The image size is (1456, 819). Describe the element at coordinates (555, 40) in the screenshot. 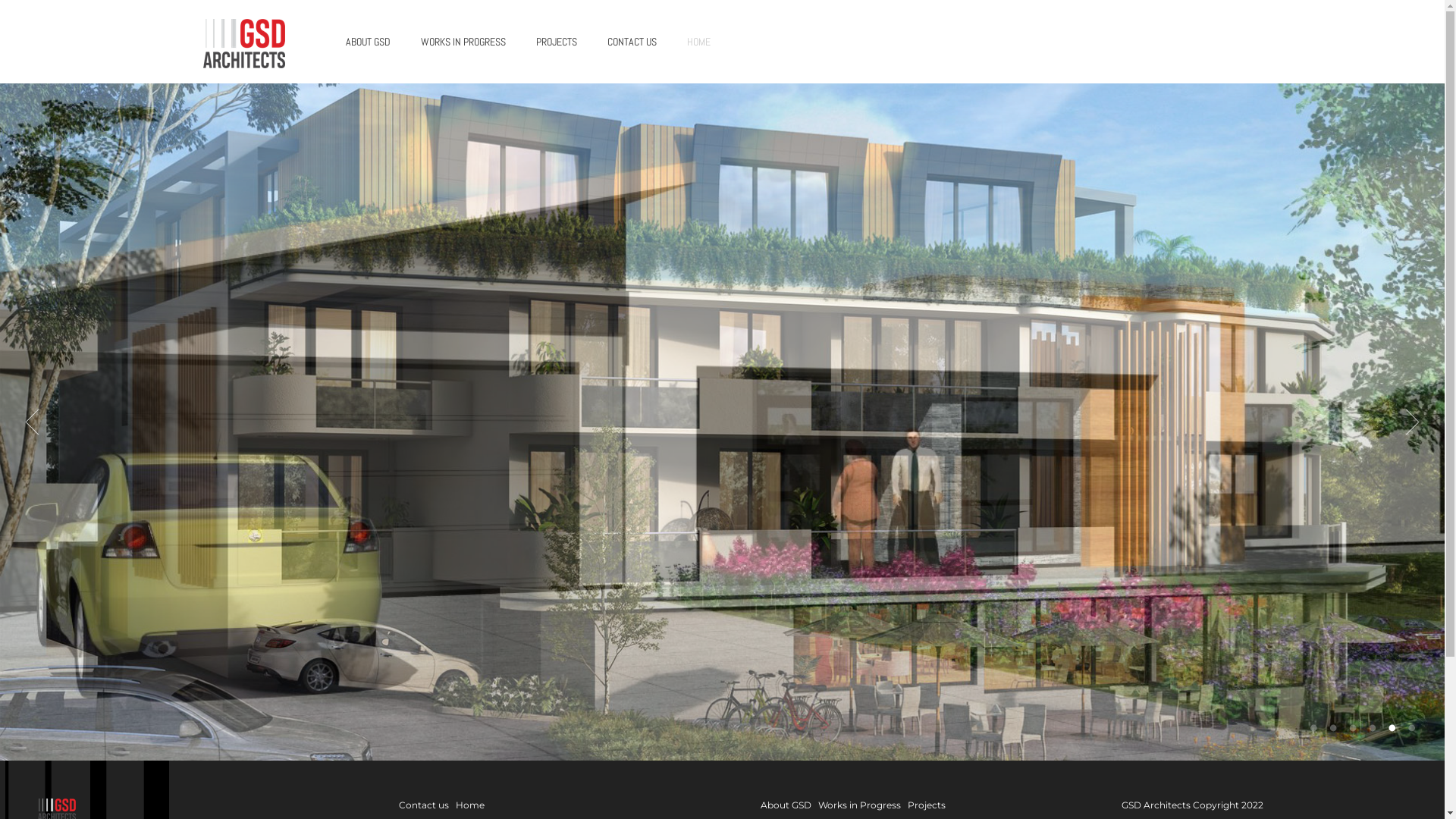

I see `'PROJECTS'` at that location.